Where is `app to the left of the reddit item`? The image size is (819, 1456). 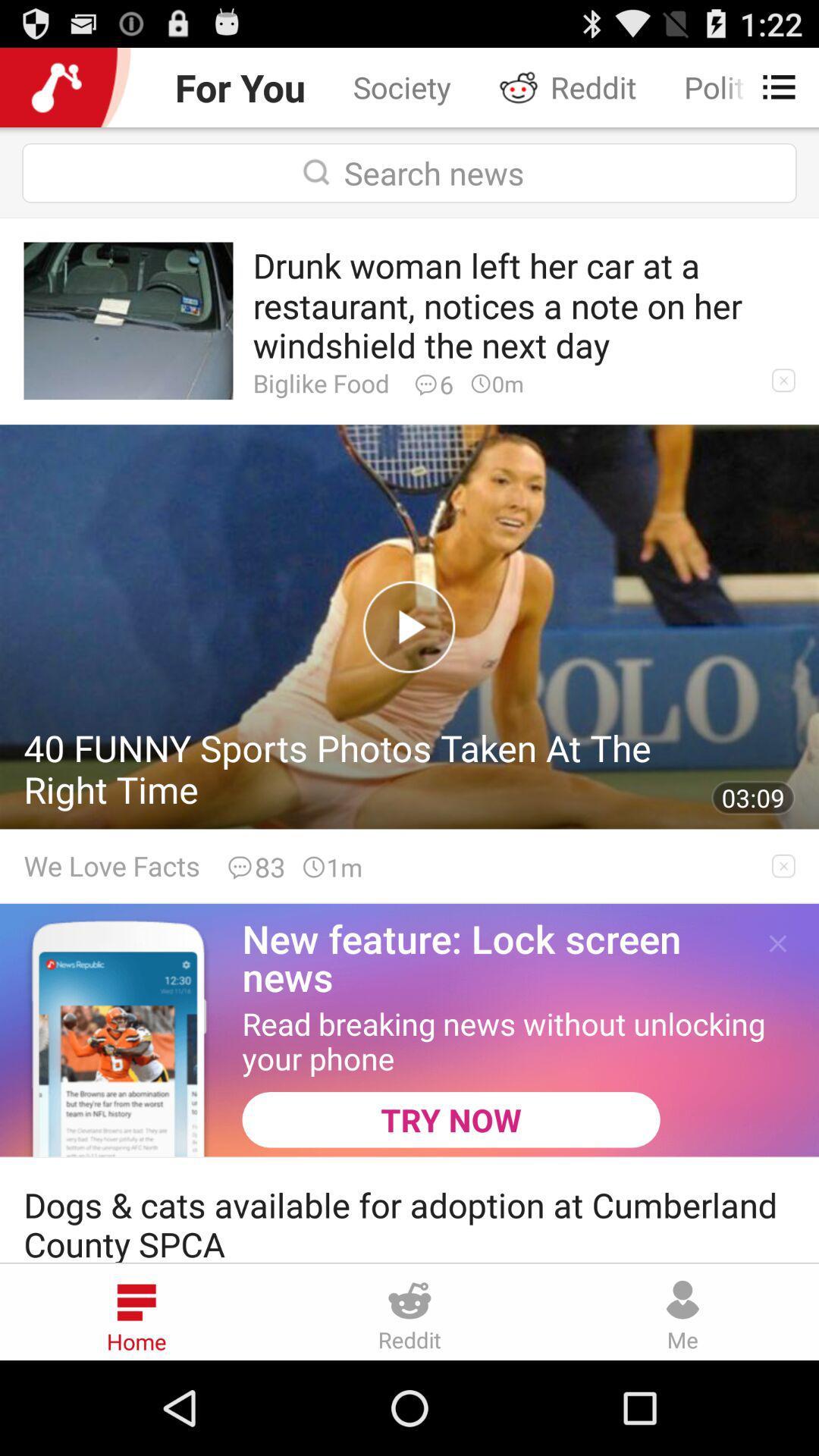
app to the left of the reddit item is located at coordinates (401, 86).